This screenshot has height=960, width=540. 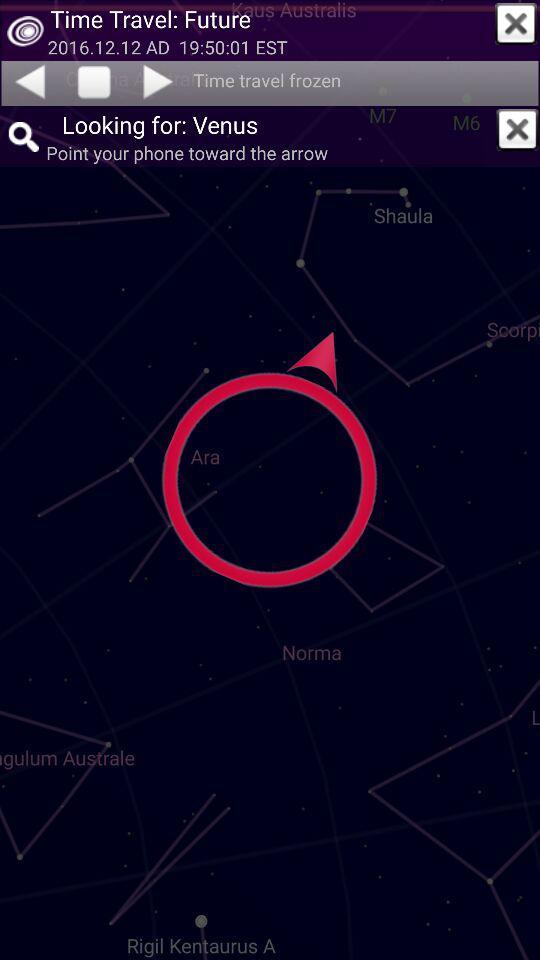 I want to click on press the pause, so click(x=93, y=83).